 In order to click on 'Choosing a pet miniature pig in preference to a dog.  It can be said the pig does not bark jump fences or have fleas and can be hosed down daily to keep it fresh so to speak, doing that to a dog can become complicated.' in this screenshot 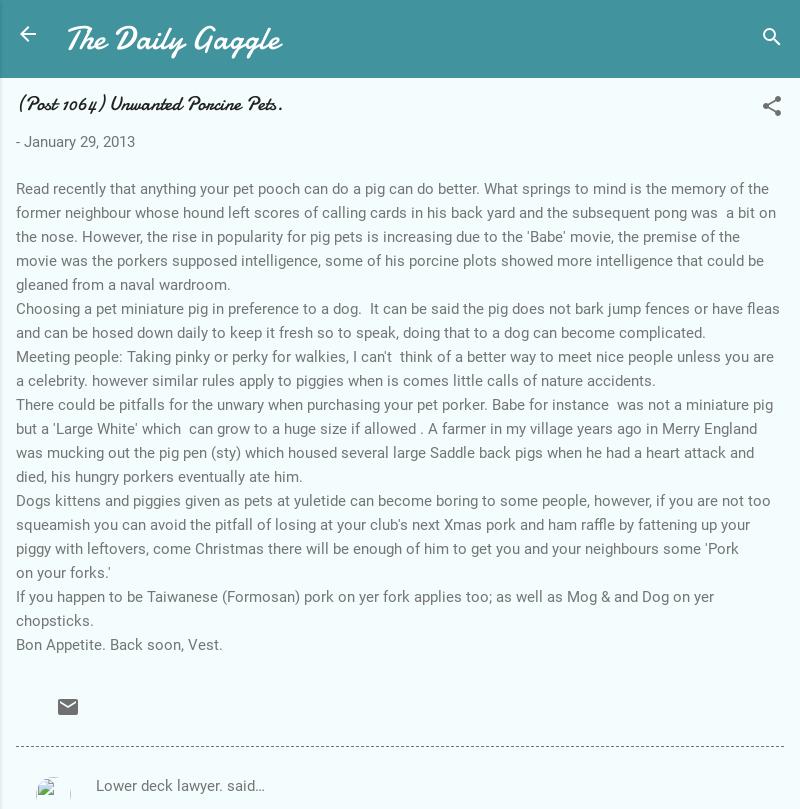, I will do `click(397, 320)`.